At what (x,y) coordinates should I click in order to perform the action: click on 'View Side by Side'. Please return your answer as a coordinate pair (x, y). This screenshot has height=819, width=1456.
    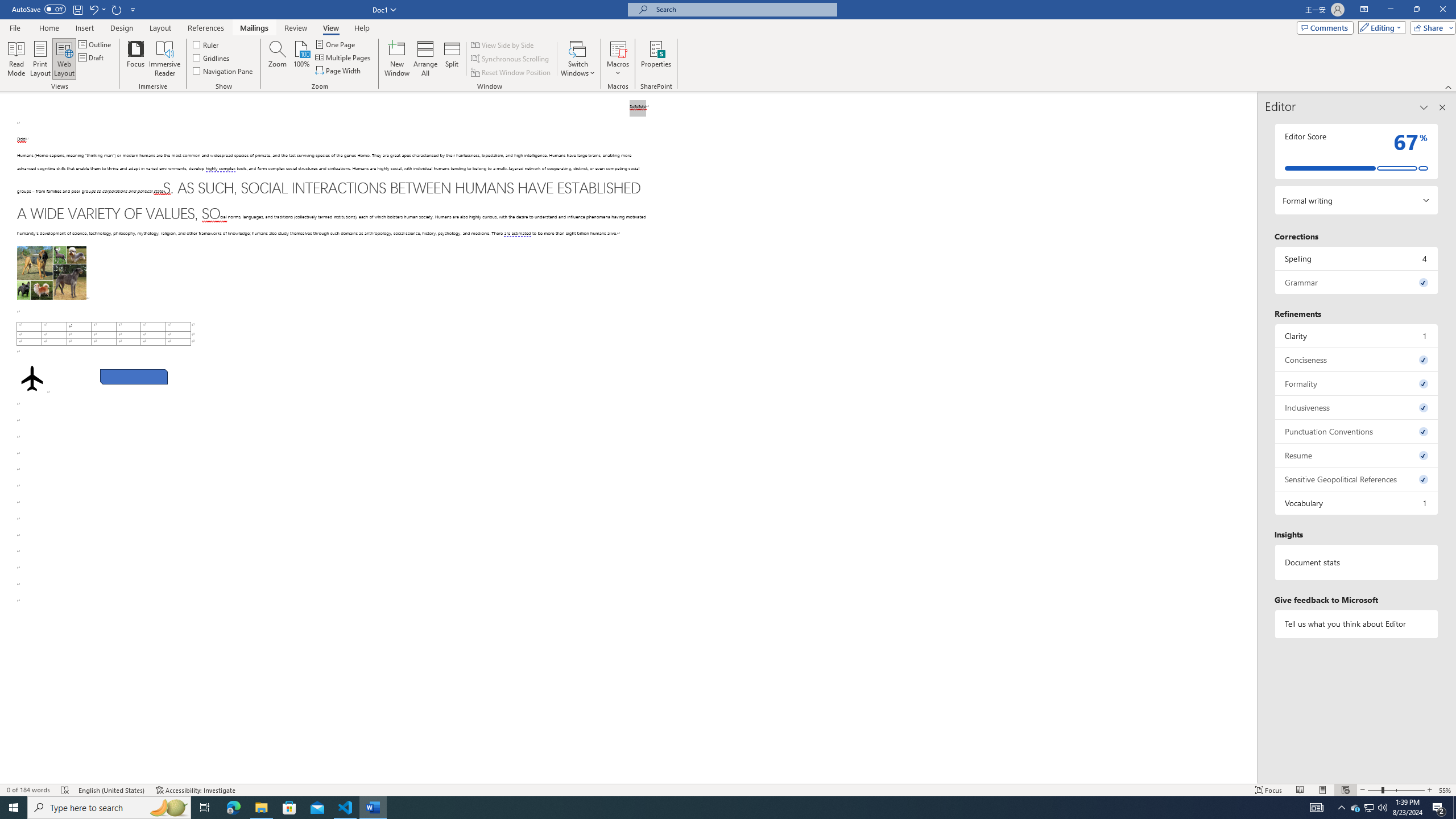
    Looking at the image, I should click on (503, 44).